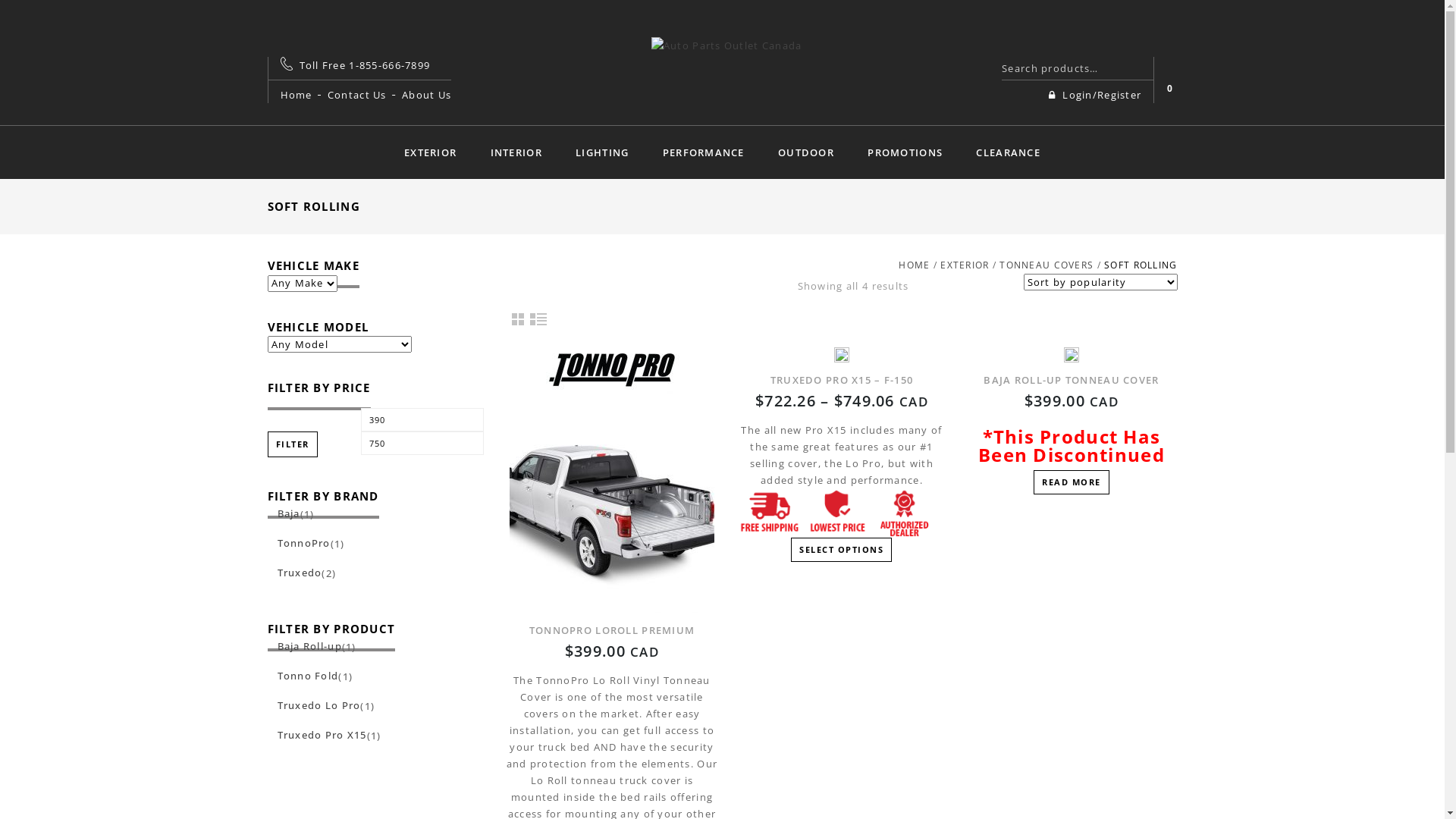 The width and height of the screenshot is (1456, 819). Describe the element at coordinates (296, 94) in the screenshot. I see `'Home'` at that location.